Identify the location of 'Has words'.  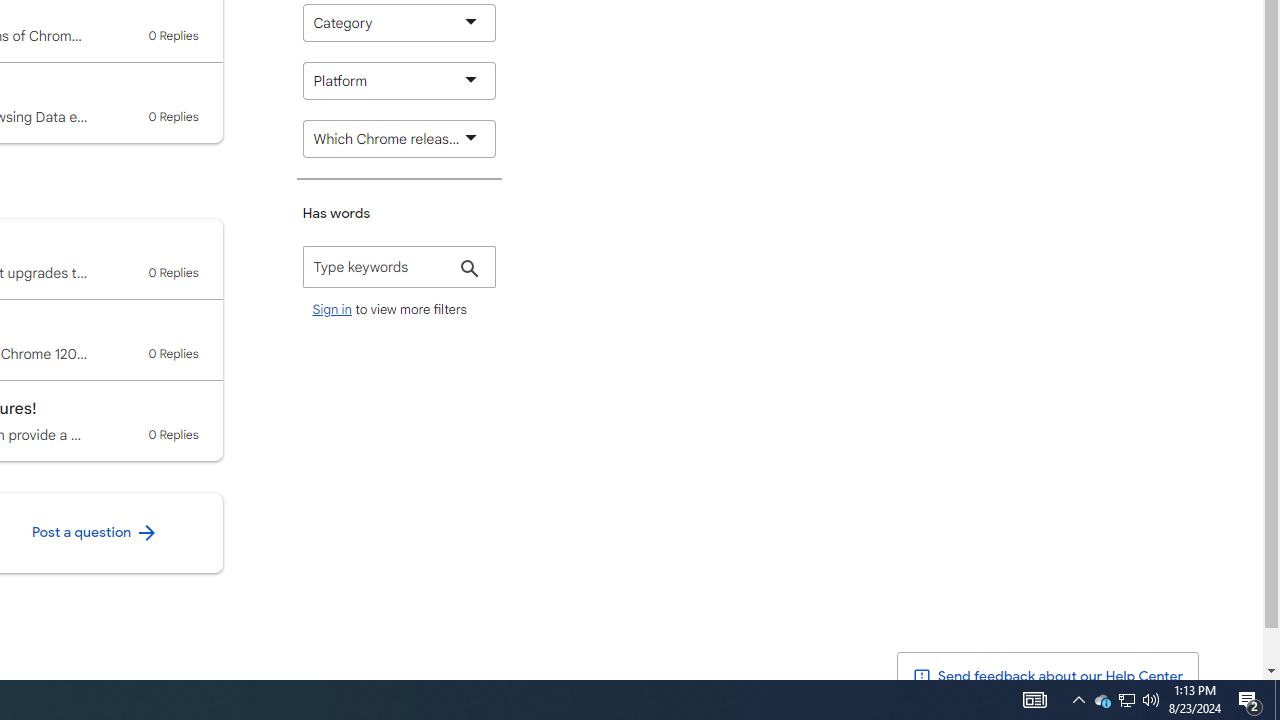
(399, 266).